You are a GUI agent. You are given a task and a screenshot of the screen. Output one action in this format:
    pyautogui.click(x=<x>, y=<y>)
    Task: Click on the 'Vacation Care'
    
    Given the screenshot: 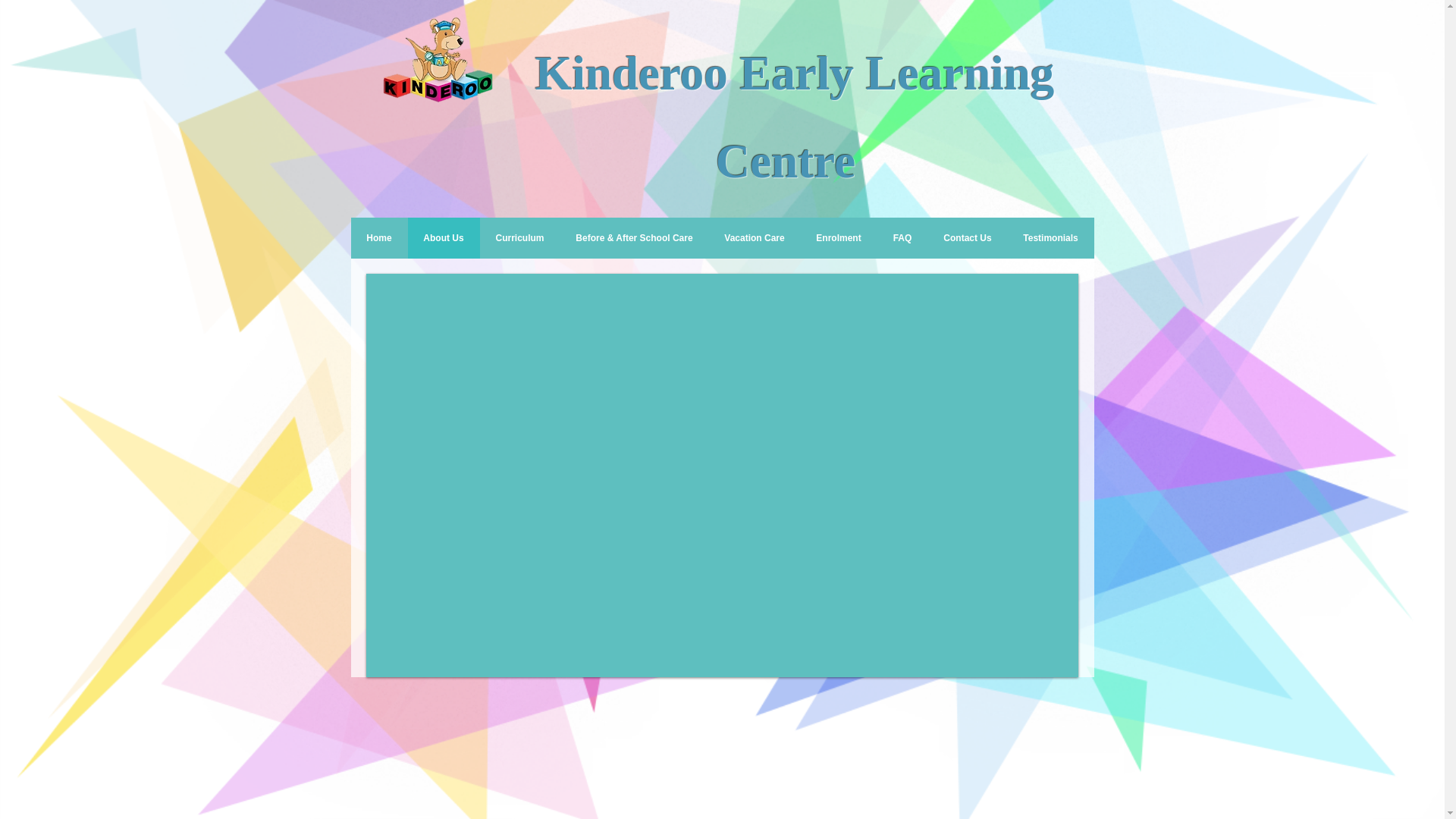 What is the action you would take?
    pyautogui.click(x=754, y=237)
    